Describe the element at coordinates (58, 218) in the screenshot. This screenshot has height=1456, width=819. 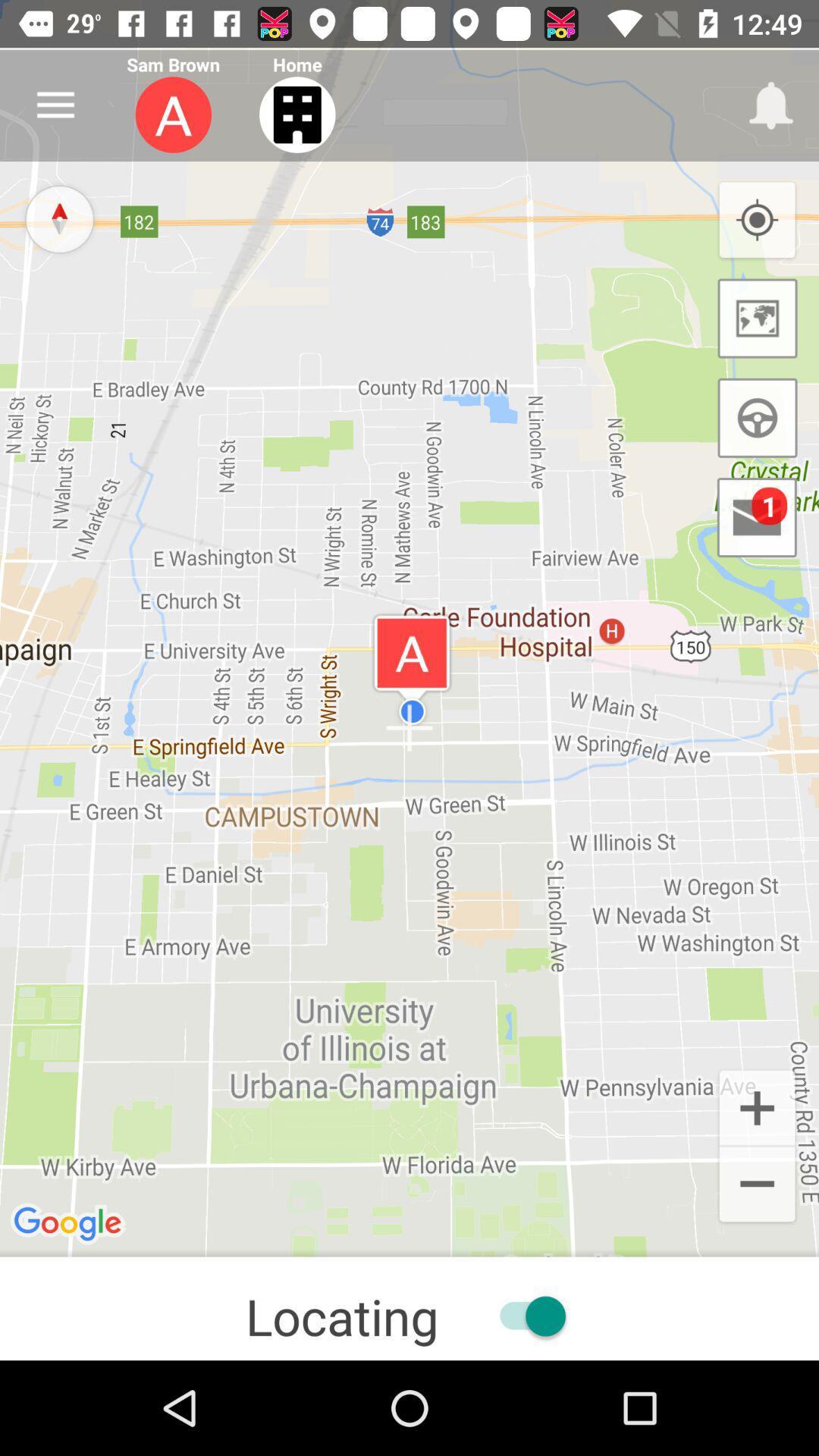
I see `the explore icon` at that location.